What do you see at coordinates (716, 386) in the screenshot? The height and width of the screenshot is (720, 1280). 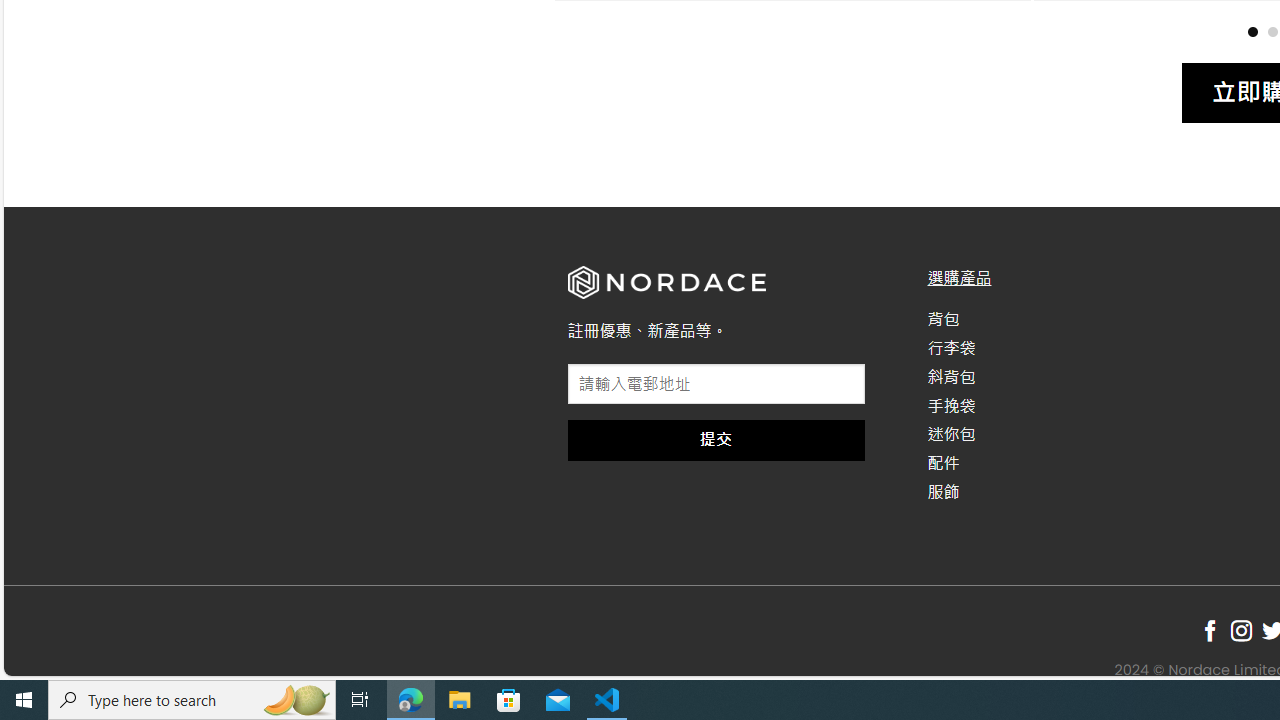 I see `'AutomationID: field_4_1'` at bounding box center [716, 386].